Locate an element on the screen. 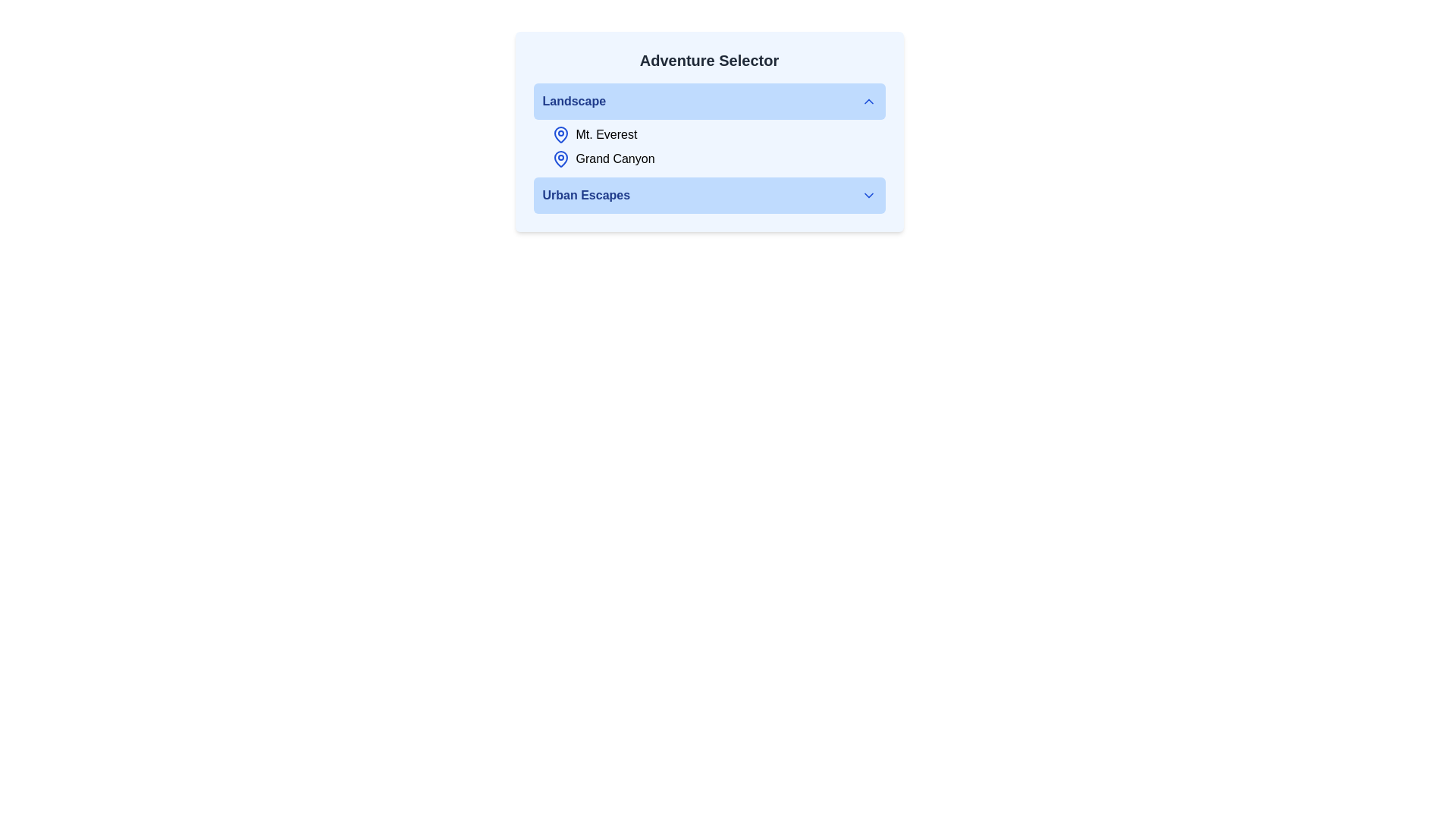 The width and height of the screenshot is (1456, 819). the downward-facing chevron icon located on the right side of the 'Urban Escapes' button is located at coordinates (868, 195).